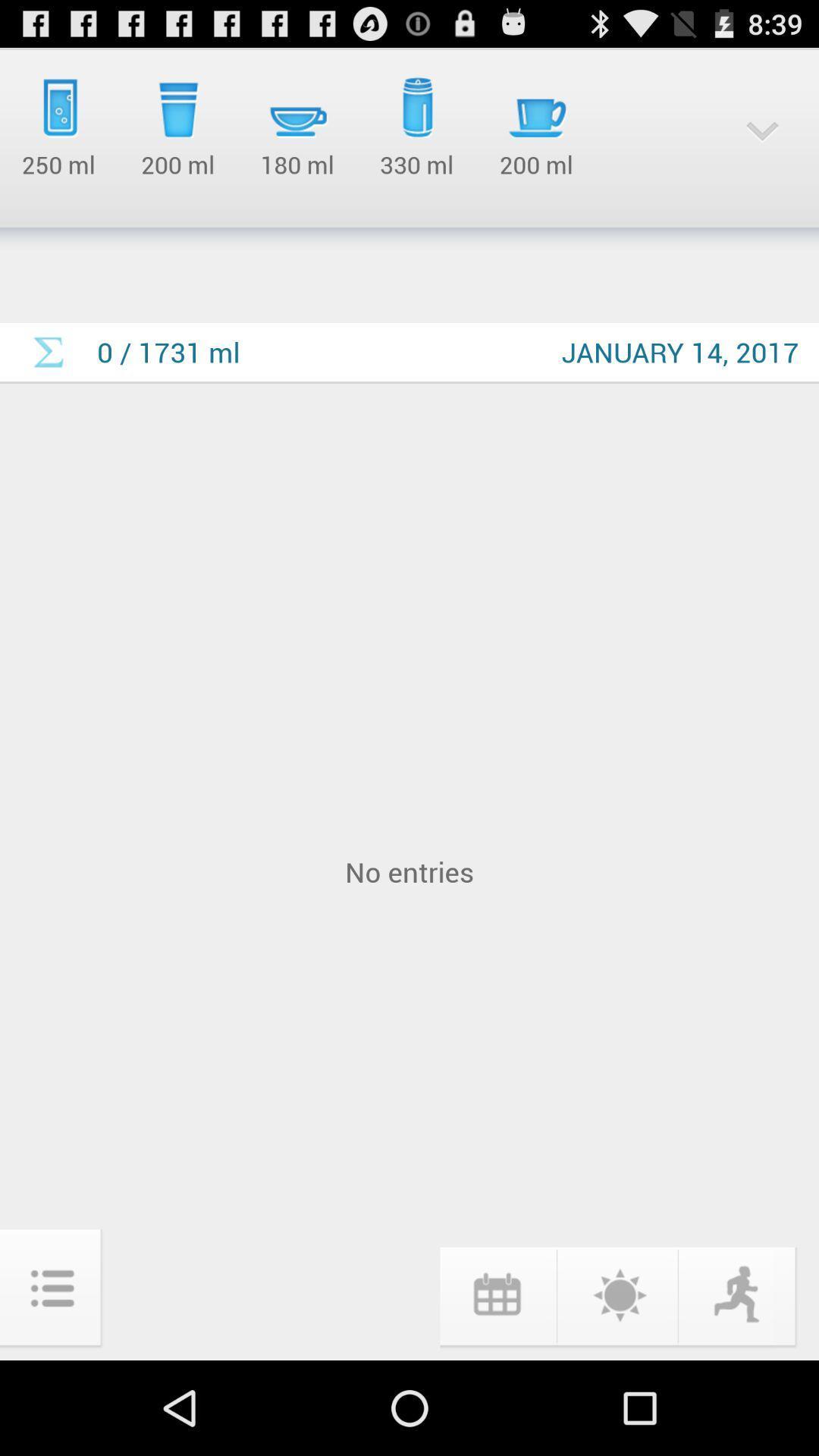 The image size is (819, 1456). Describe the element at coordinates (762, 140) in the screenshot. I see `the expand_more icon` at that location.